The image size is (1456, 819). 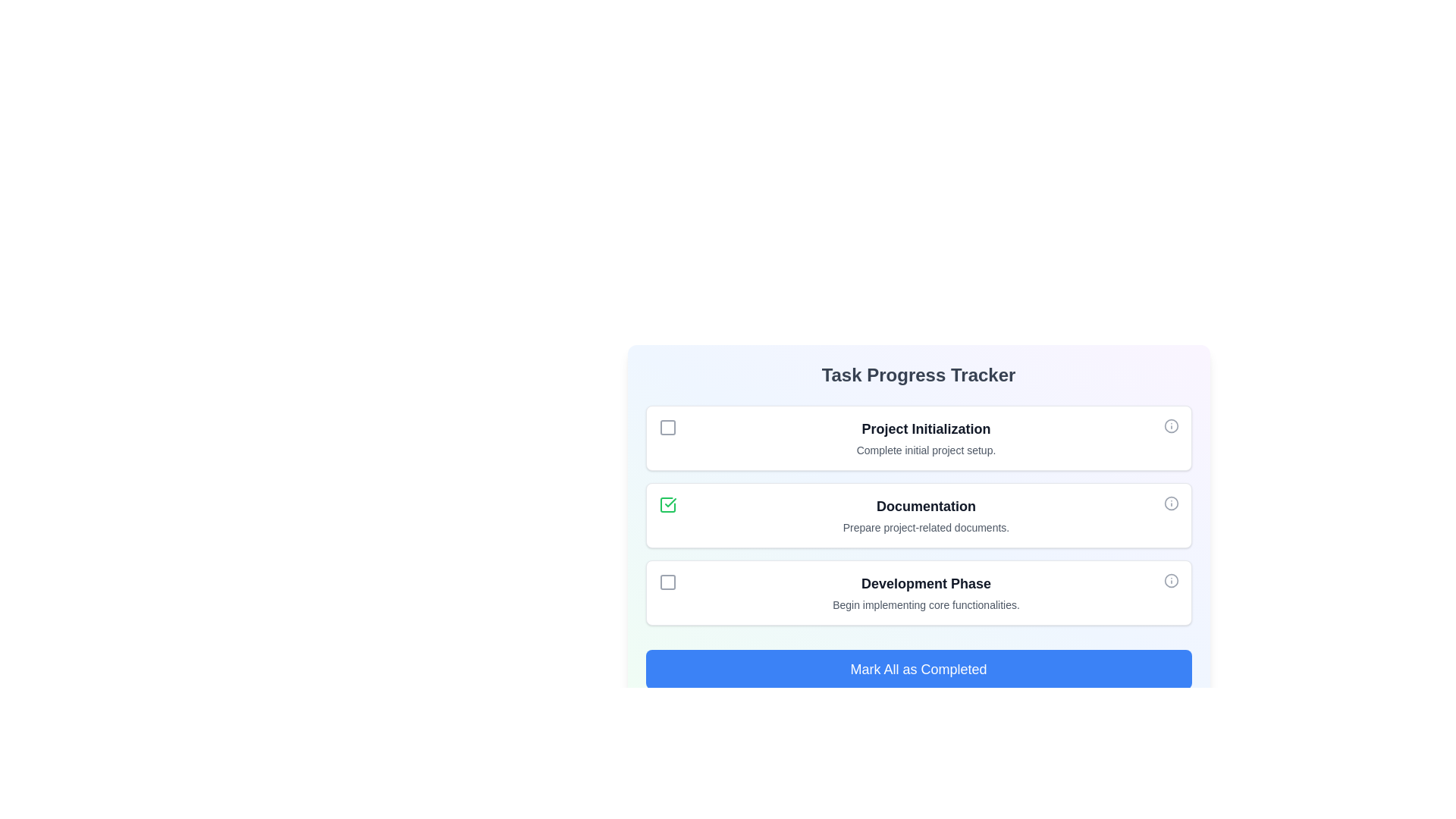 I want to click on the Information icon, which is a circular icon with a gray border and a dot inside, located at the far right of the 'Development Phase' task card, so click(x=1170, y=580).